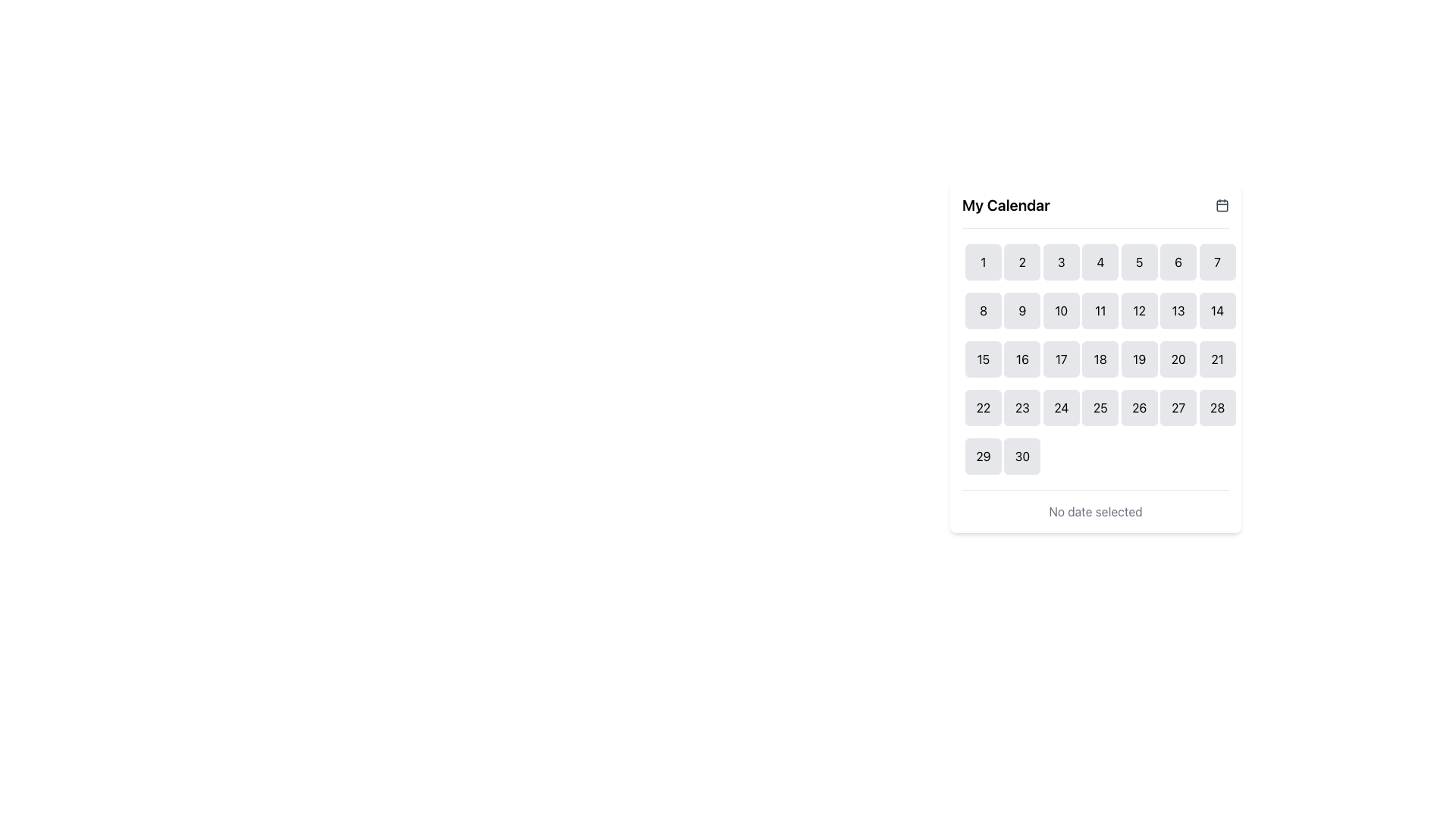 This screenshot has width=1456, height=819. Describe the element at coordinates (1139, 406) in the screenshot. I see `the button representing the 26th day in the calendar interface` at that location.